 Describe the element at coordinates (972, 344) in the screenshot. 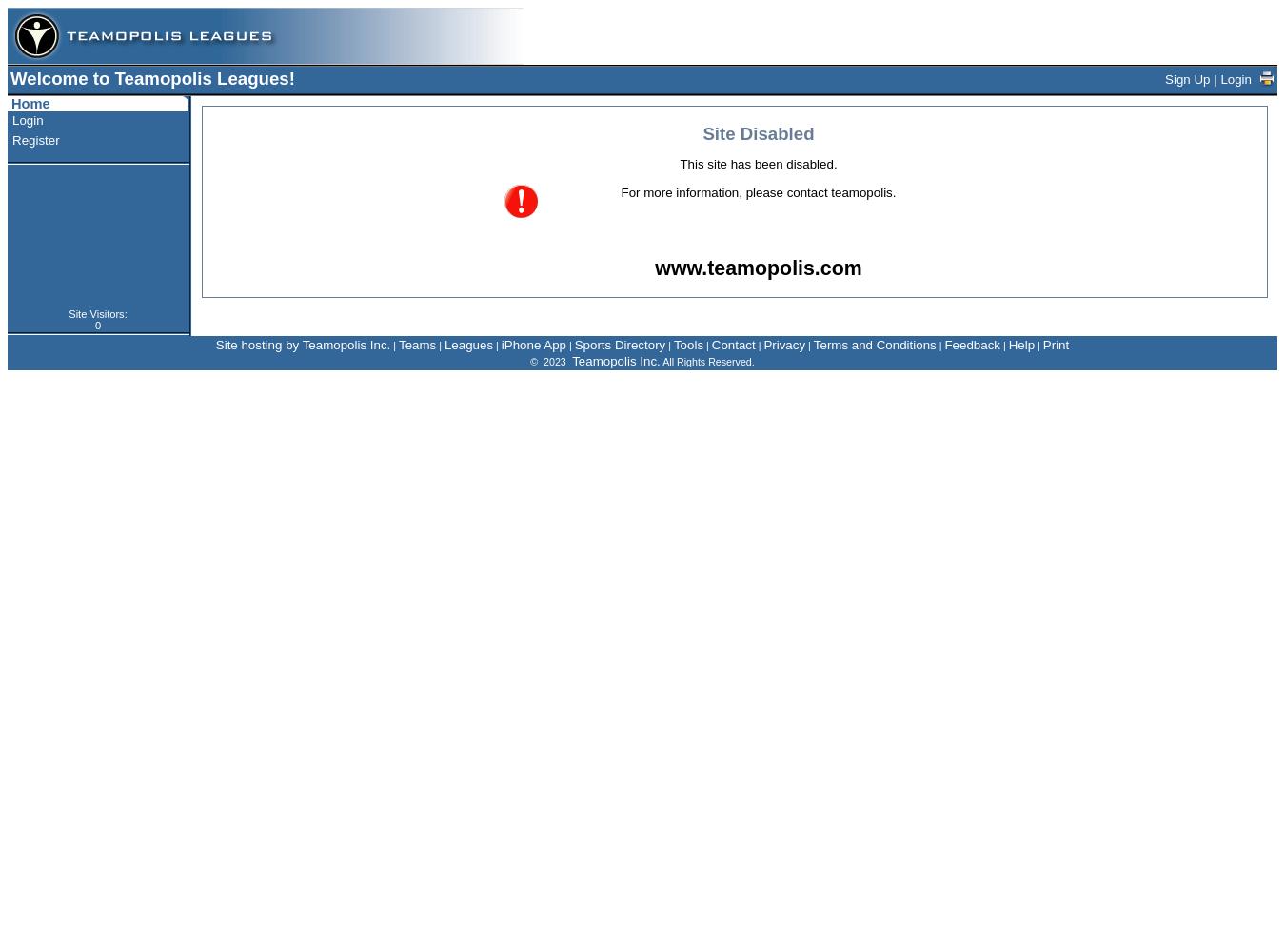

I see `'Feedback'` at that location.